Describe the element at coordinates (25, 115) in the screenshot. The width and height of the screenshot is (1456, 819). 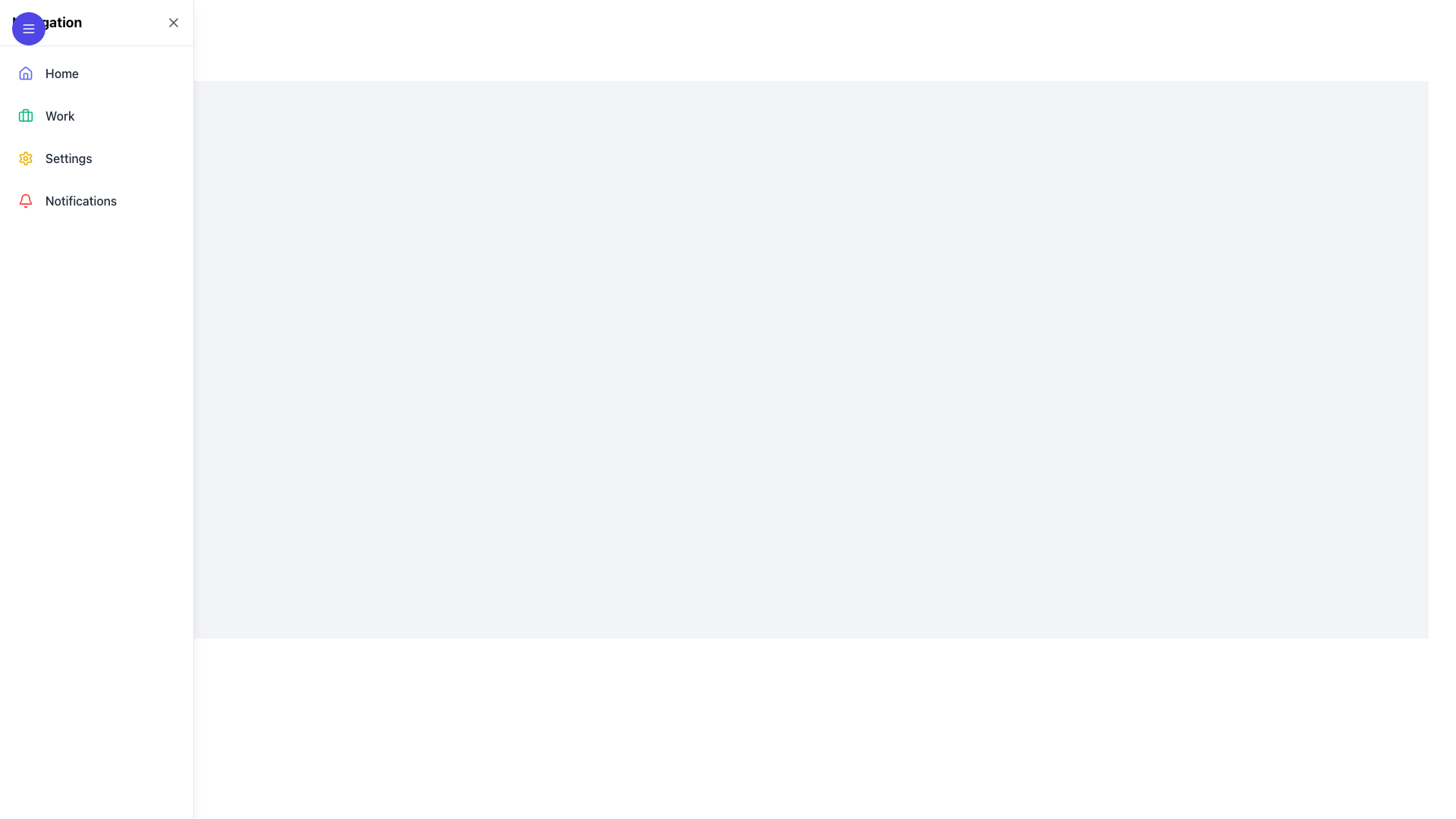
I see `the 'Work' menu icon, which represents the menu item for navigating` at that location.